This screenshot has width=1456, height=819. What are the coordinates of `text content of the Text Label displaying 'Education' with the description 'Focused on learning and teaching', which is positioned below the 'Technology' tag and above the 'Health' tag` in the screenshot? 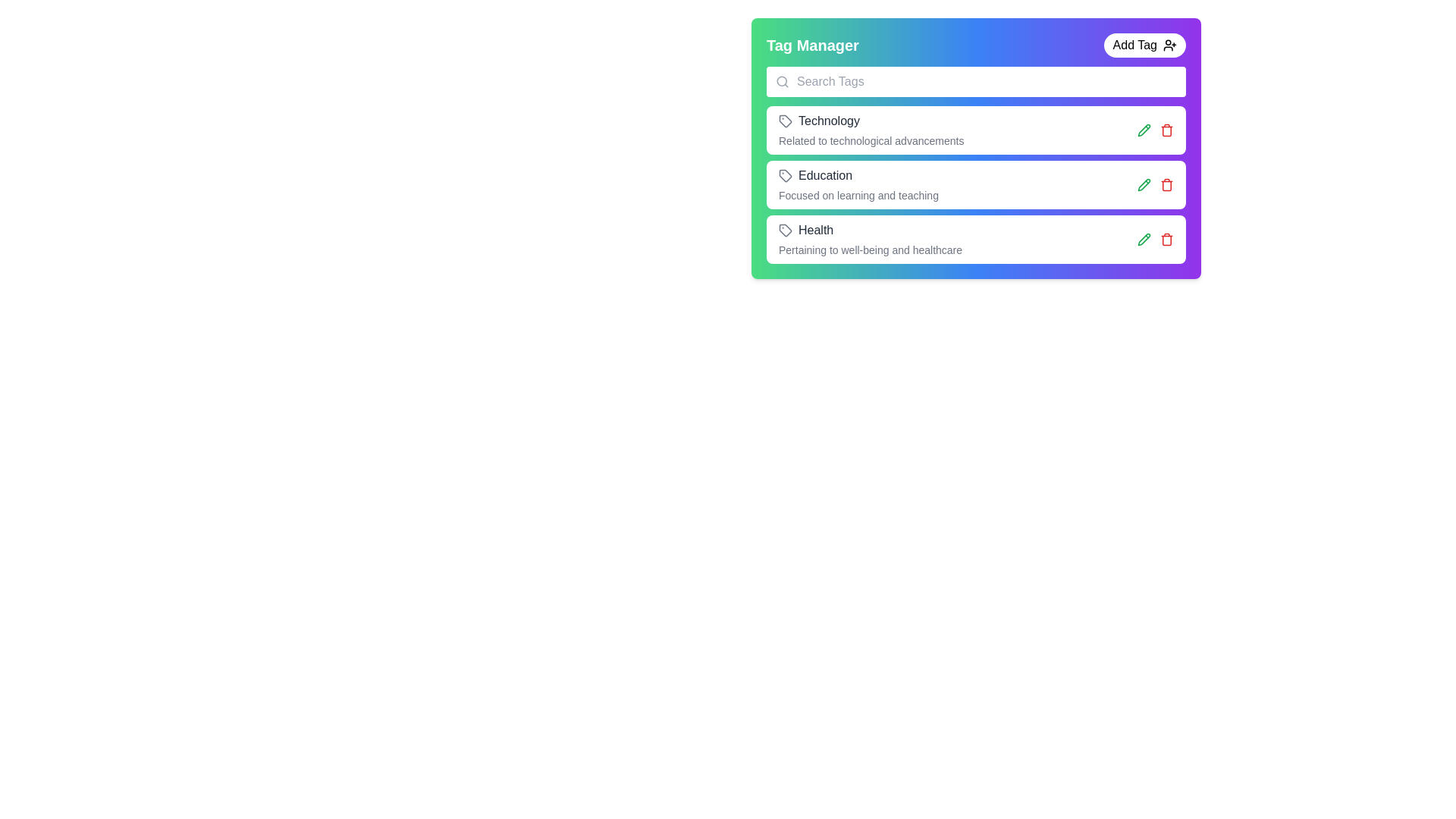 It's located at (858, 184).